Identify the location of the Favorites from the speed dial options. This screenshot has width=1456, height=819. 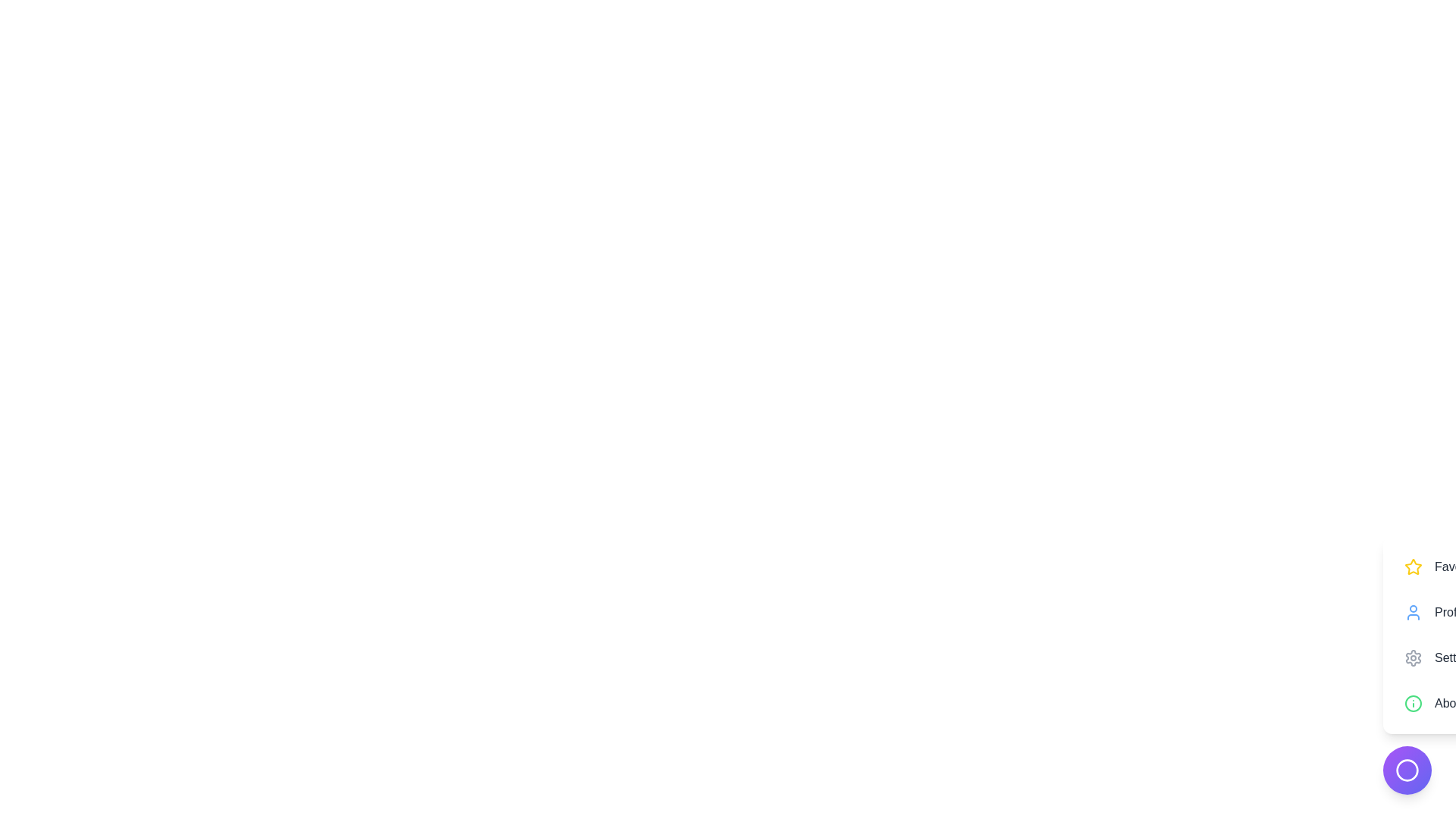
(1456, 567).